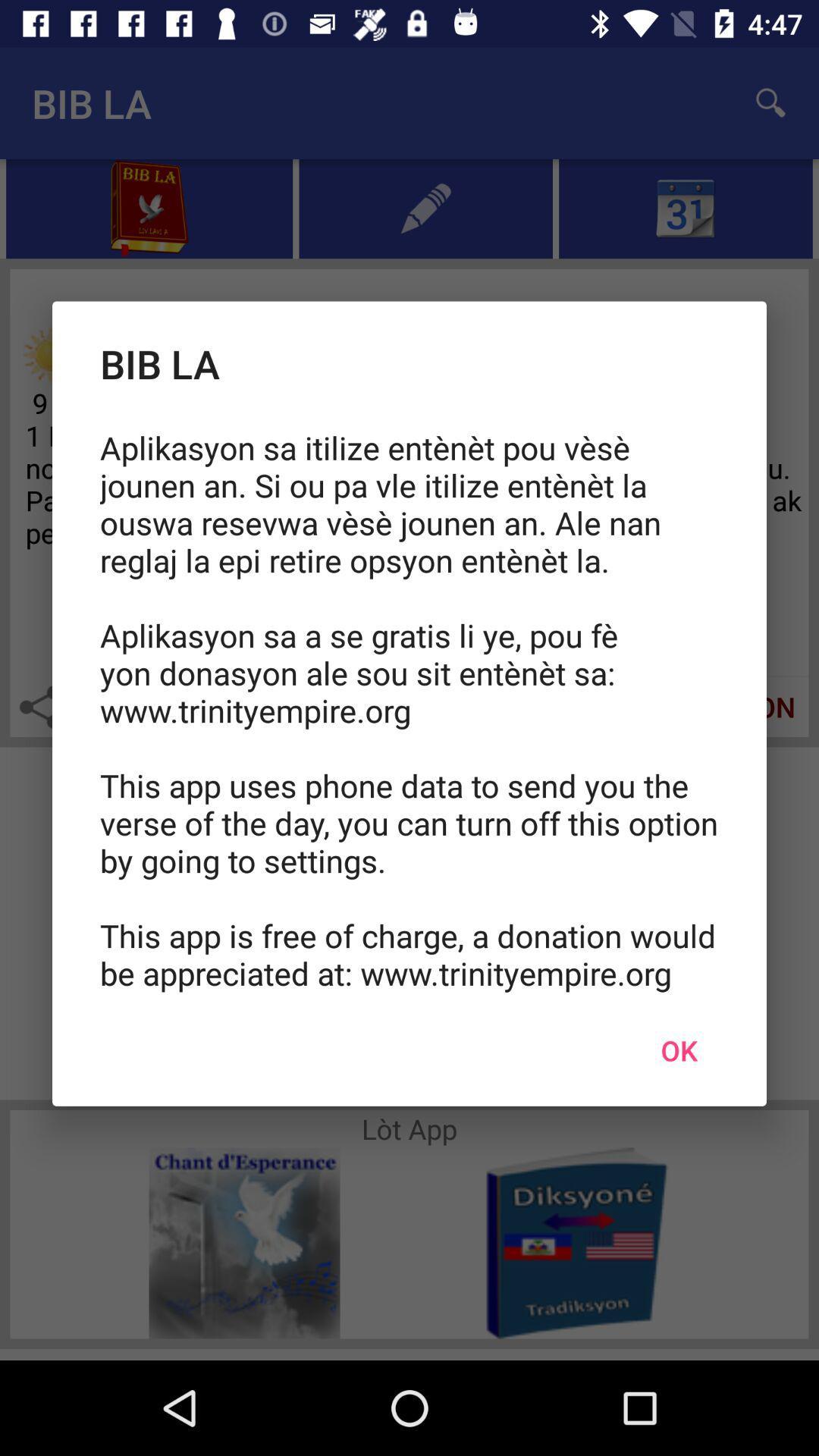  Describe the element at coordinates (678, 1050) in the screenshot. I see `the icon at the bottom right corner` at that location.